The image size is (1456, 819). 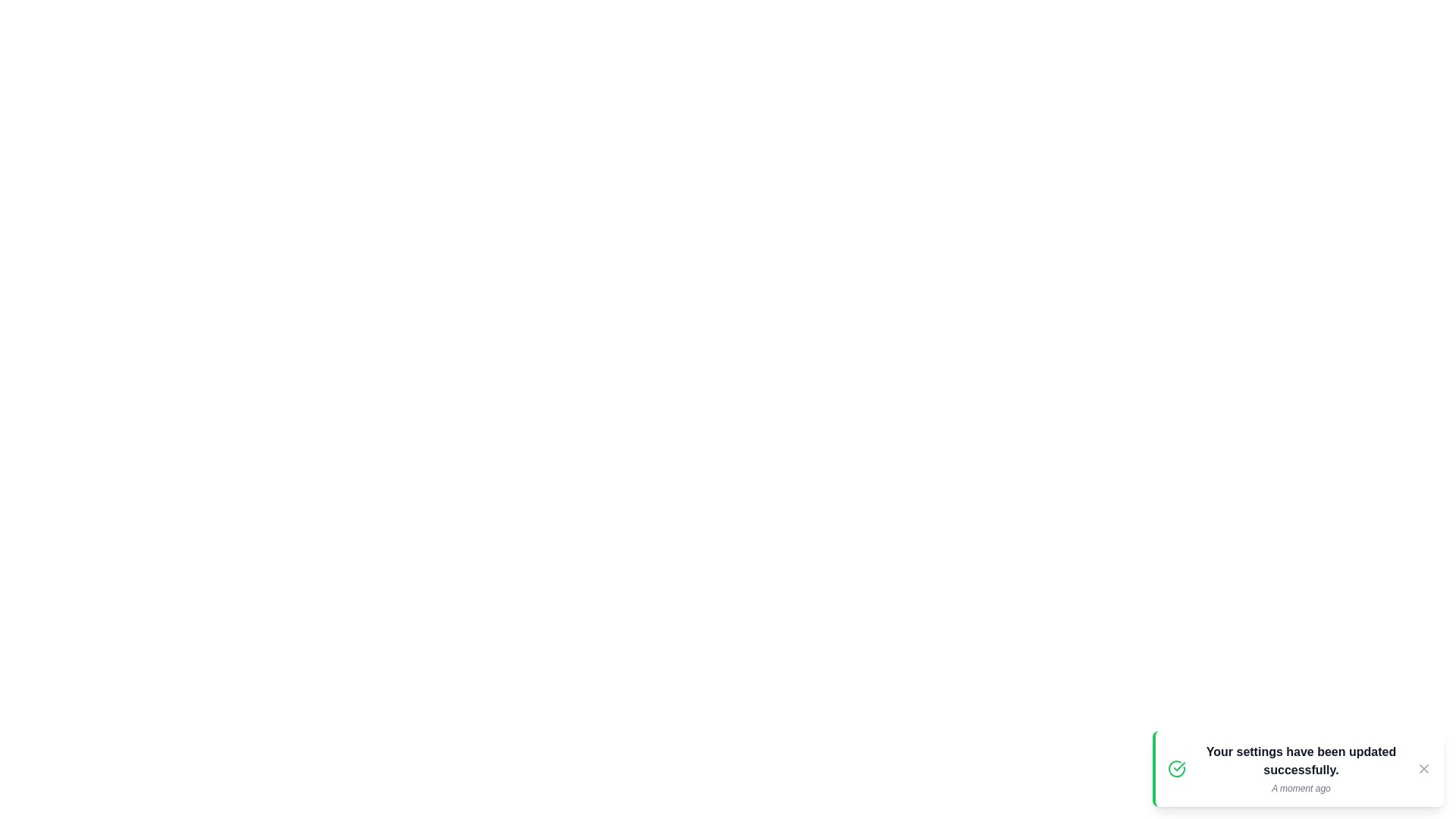 I want to click on the timestamp text below the notification message, so click(x=1301, y=788).